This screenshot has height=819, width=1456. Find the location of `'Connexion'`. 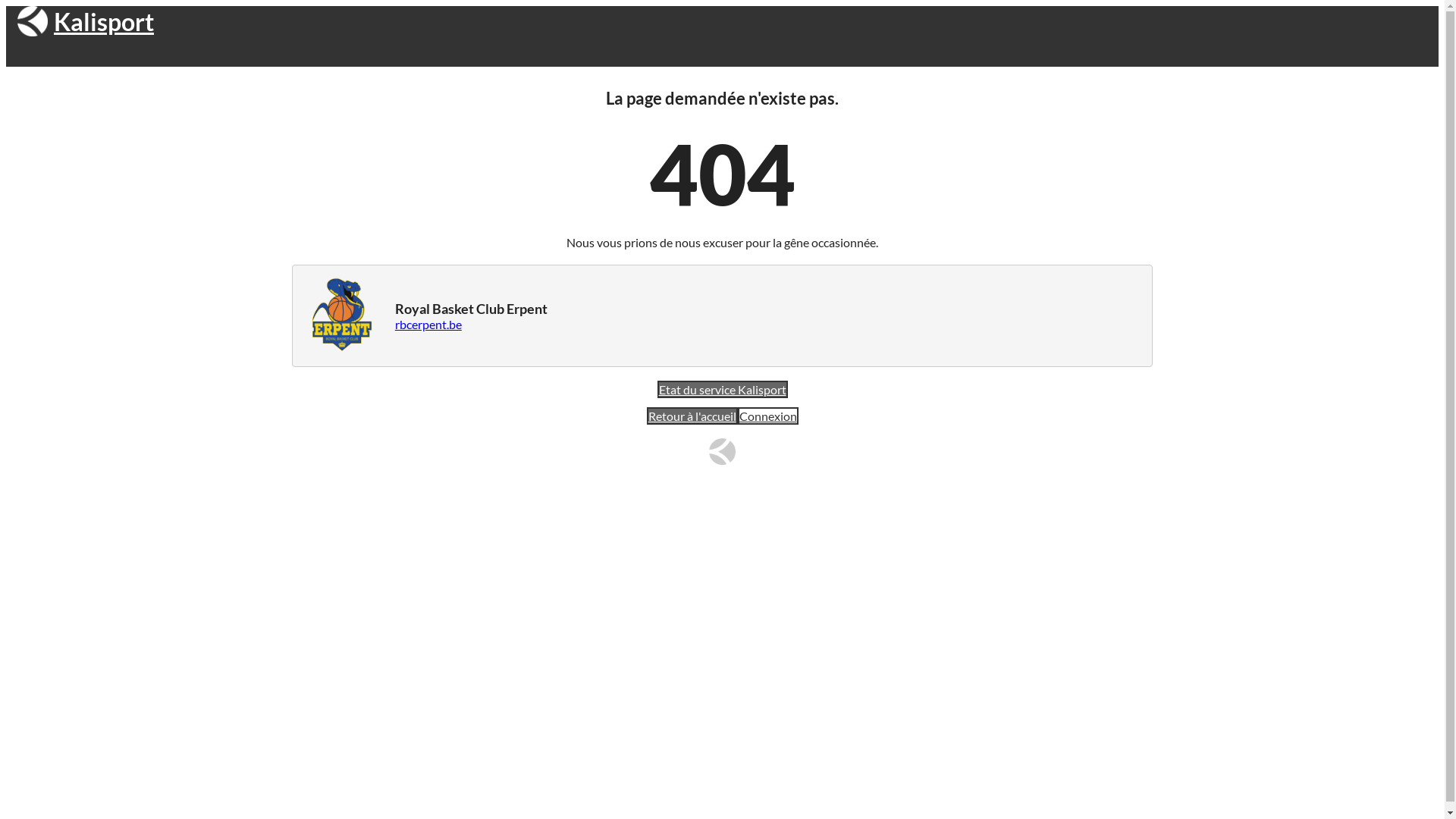

'Connexion' is located at coordinates (736, 415).